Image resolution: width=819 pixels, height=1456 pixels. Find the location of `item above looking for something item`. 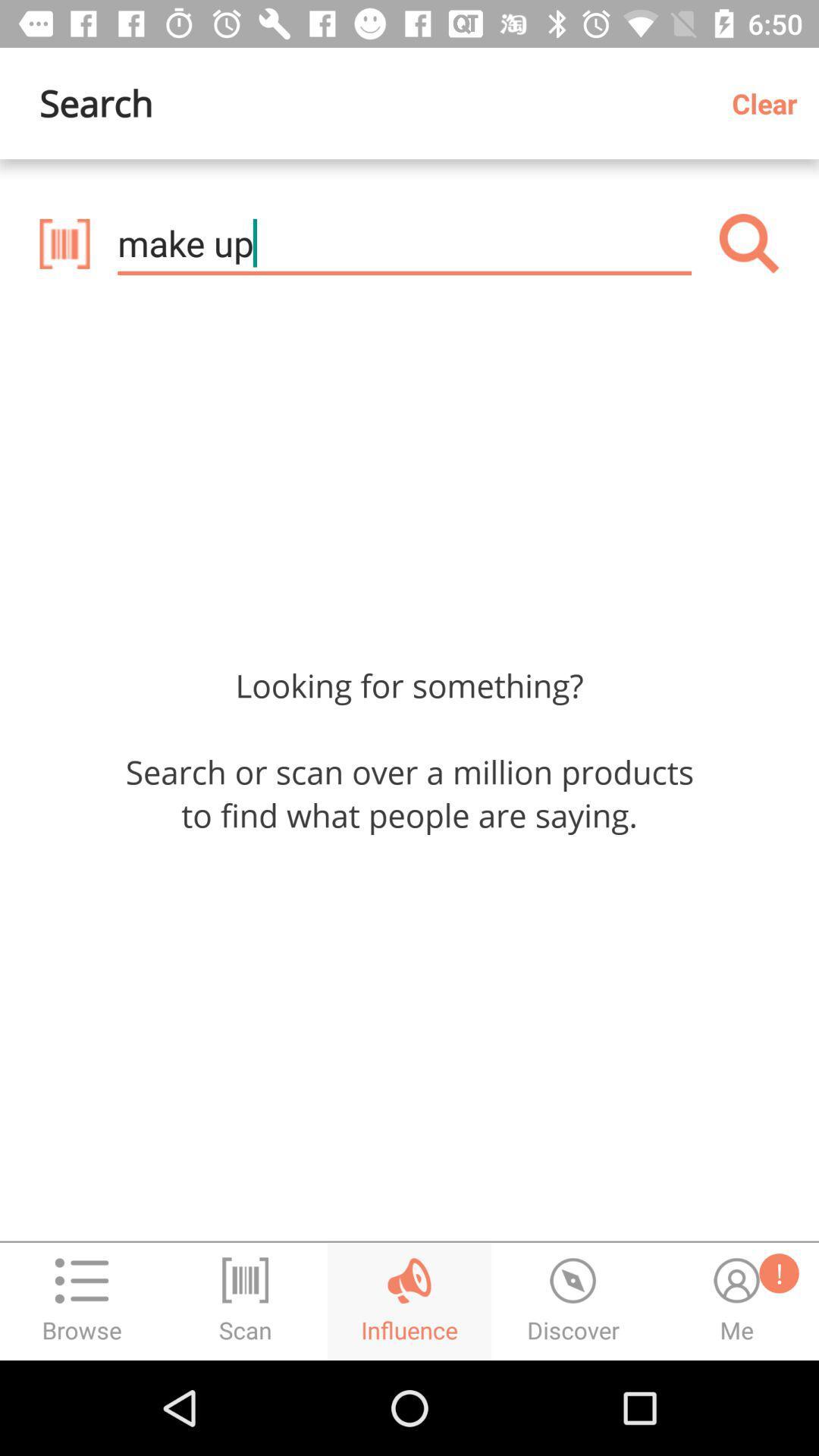

item above looking for something item is located at coordinates (403, 243).